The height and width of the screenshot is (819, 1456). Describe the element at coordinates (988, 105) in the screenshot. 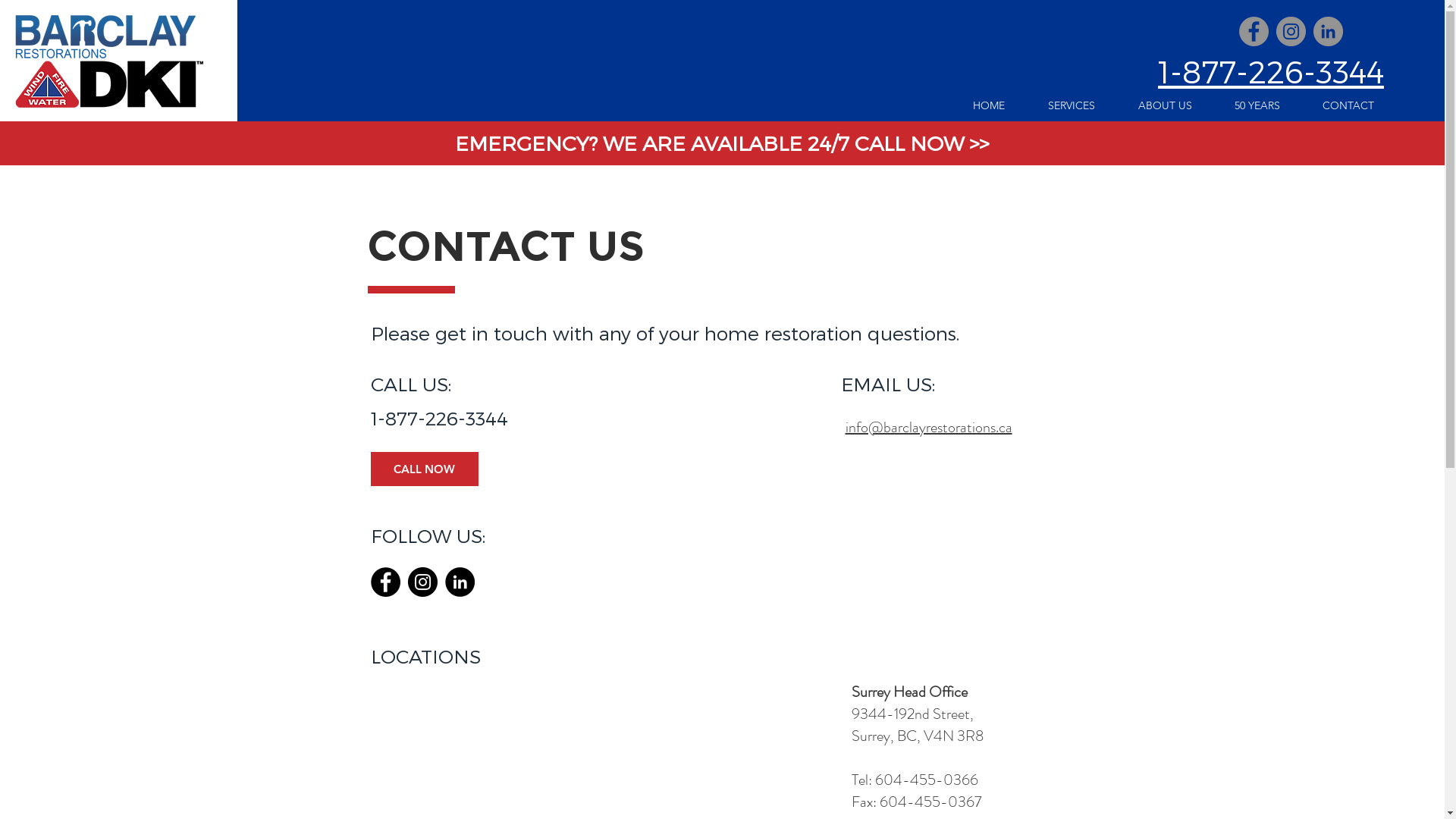

I see `'HOME'` at that location.